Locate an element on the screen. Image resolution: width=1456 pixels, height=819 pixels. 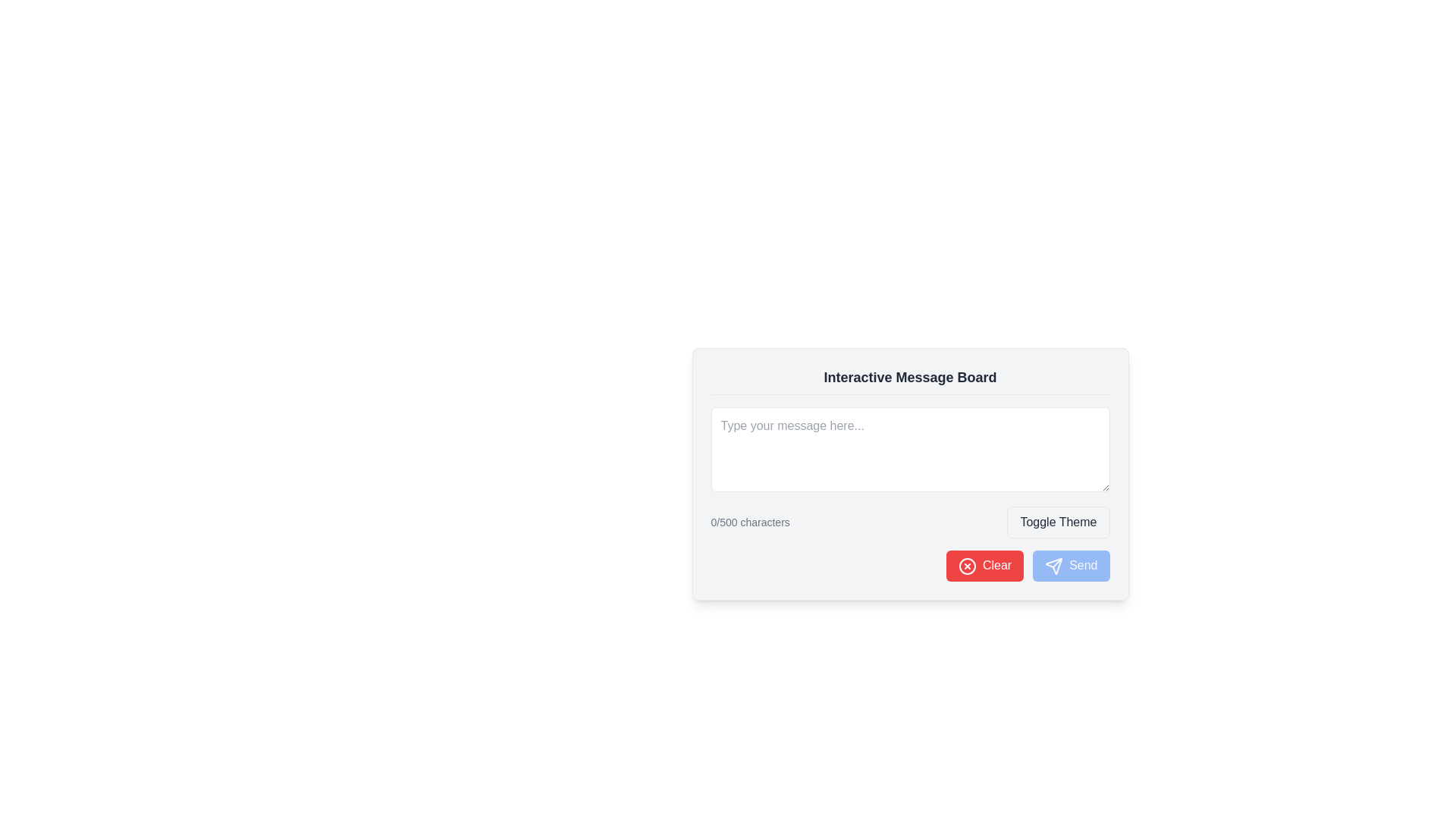
the send icon, which is a small, triangular arrow-like icon located to the left of the 'Send' text within the 'Send' button is located at coordinates (1053, 566).